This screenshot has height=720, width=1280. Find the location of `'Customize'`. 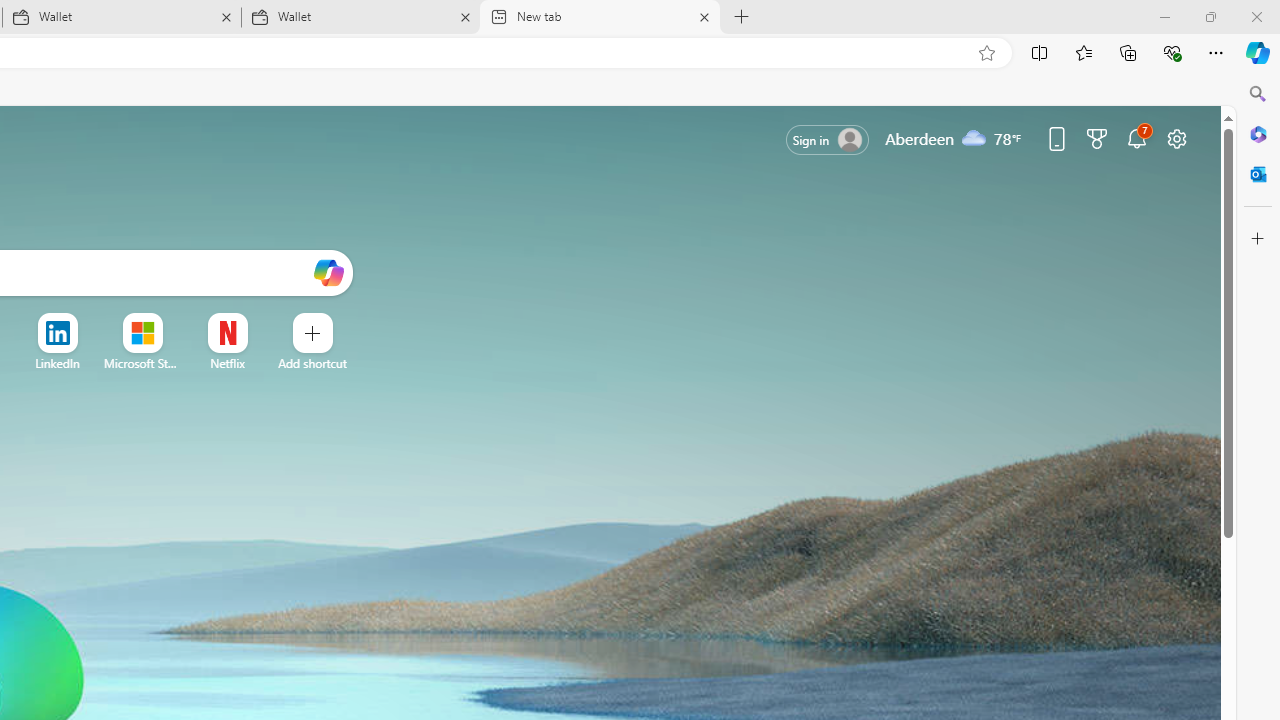

'Customize' is located at coordinates (1257, 238).